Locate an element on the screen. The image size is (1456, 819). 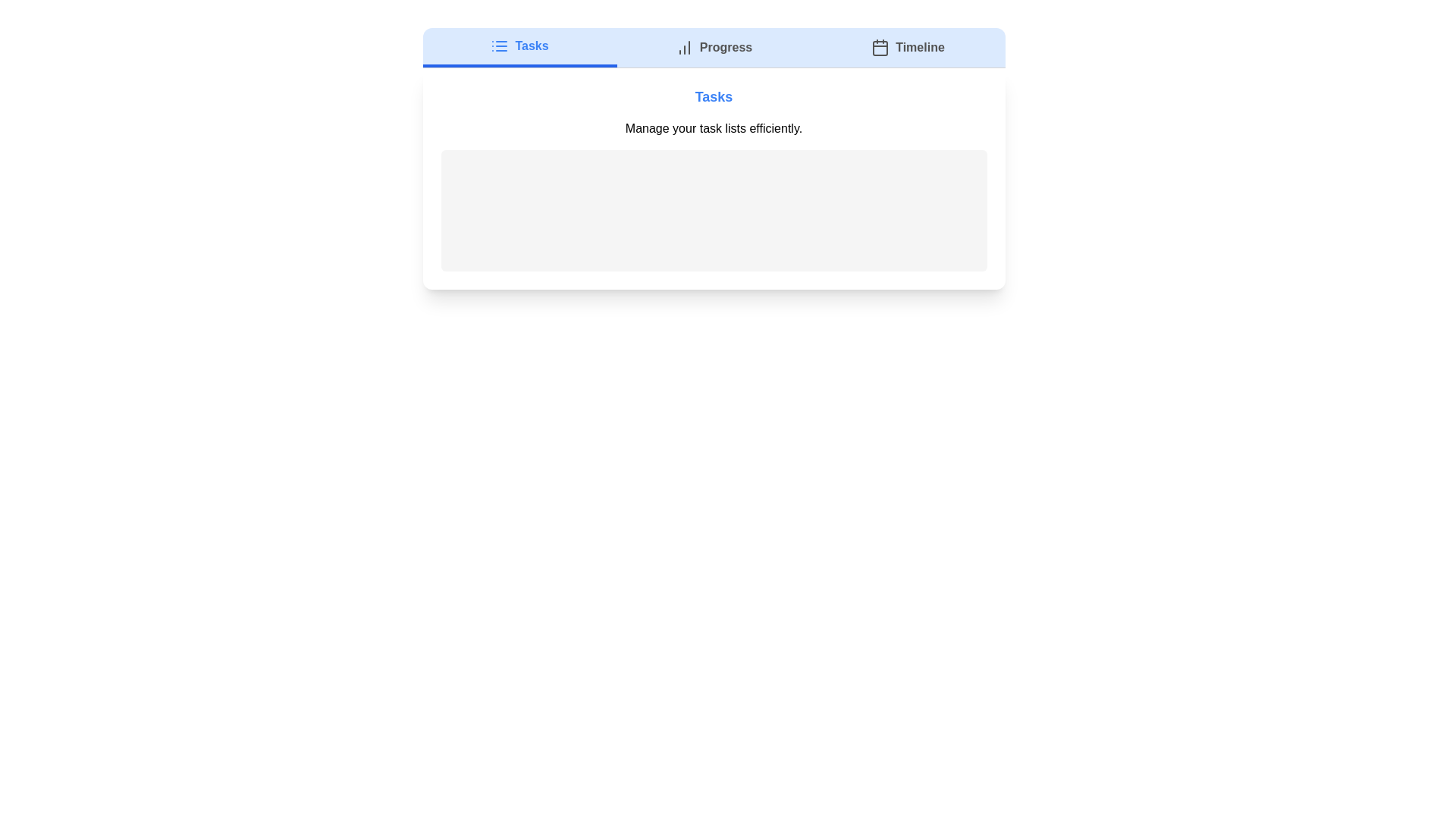
the 'Progress' tab in the three-tab bar which has a light blue background and contains tabs labeled 'Tasks', 'Progress', and 'Timeline' is located at coordinates (713, 47).